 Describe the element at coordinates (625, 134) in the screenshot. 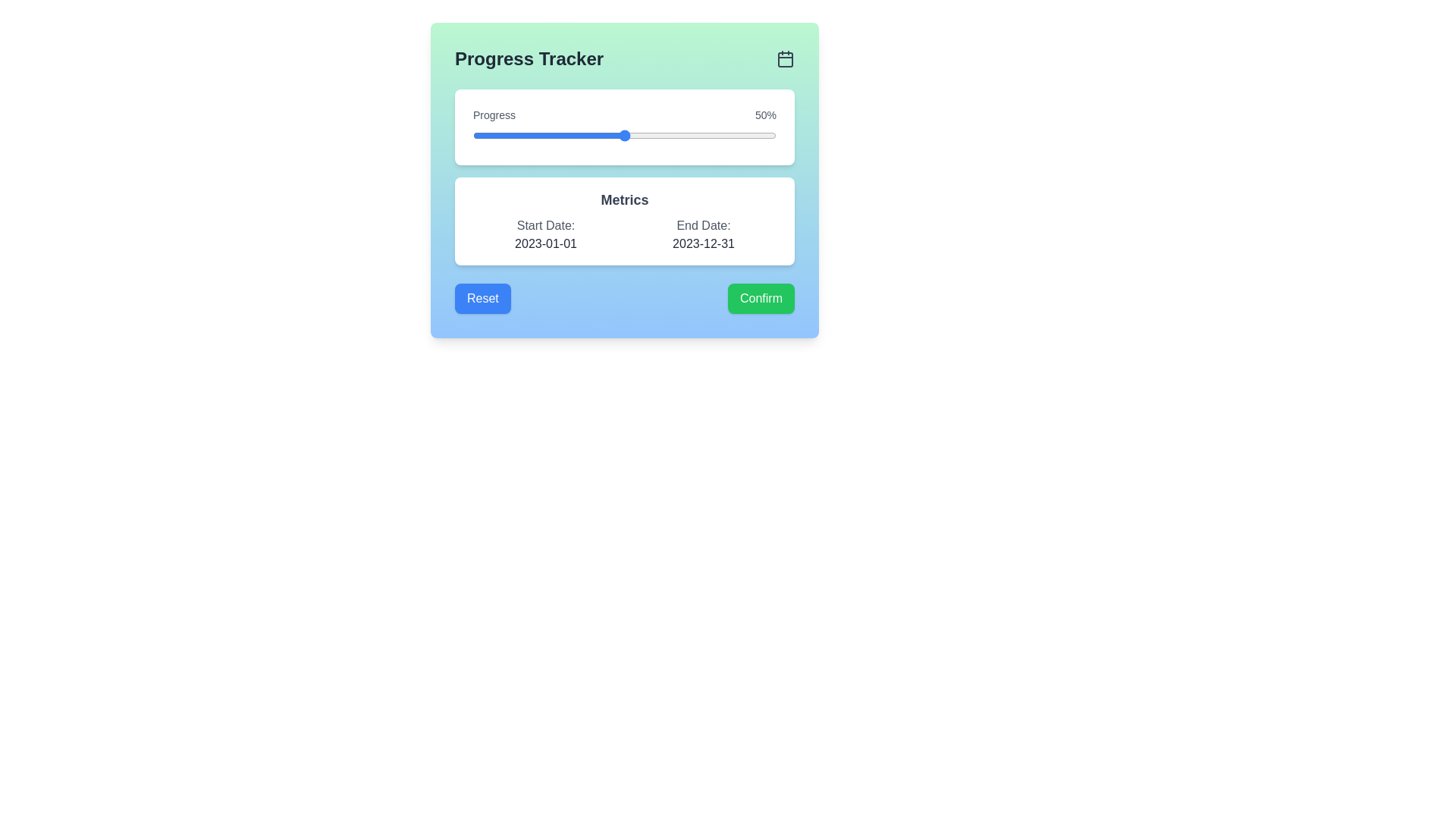

I see `the horizontal slider control for keyboard adjustments` at that location.